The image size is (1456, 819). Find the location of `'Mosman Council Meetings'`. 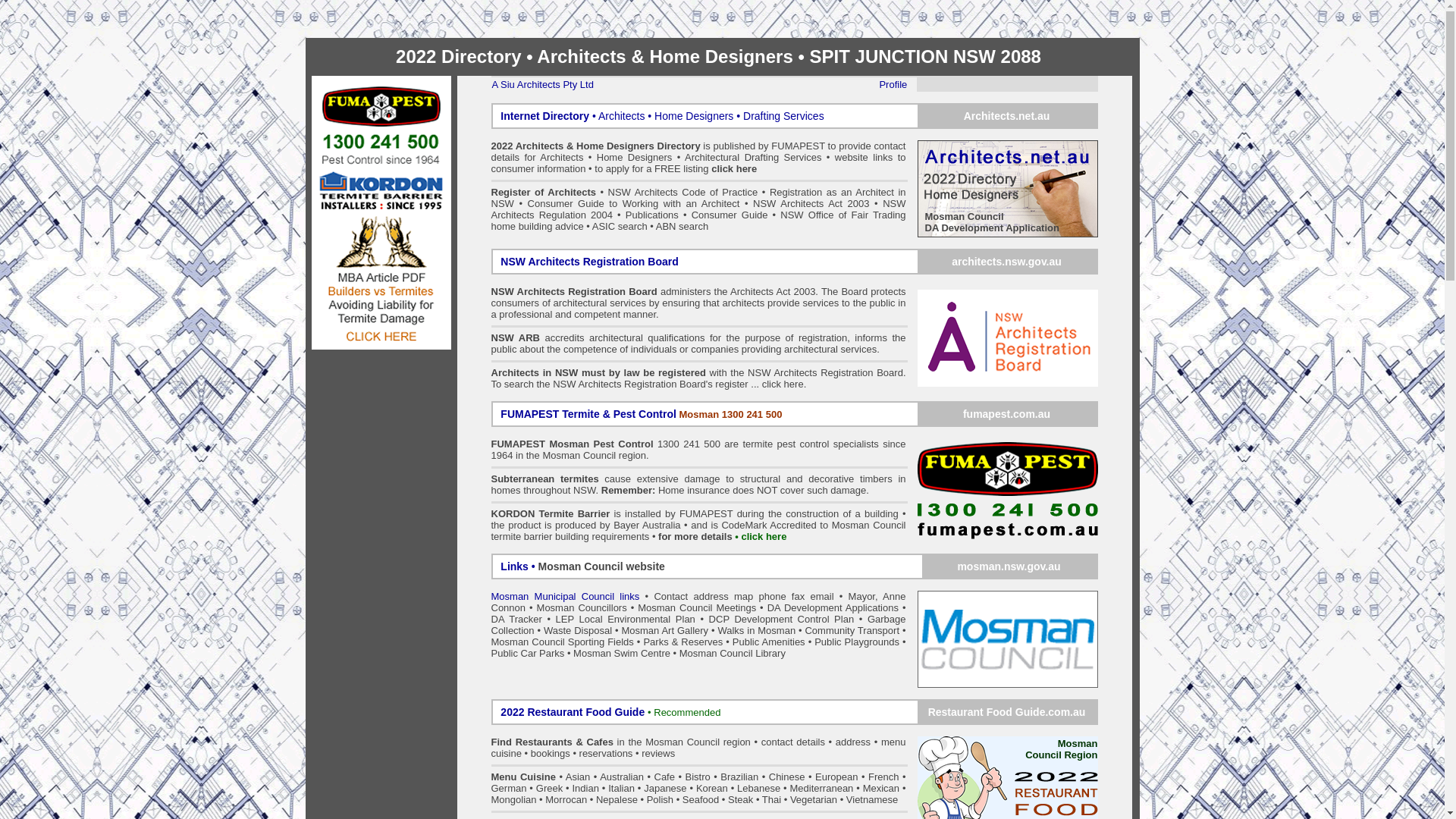

'Mosman Council Meetings' is located at coordinates (695, 607).